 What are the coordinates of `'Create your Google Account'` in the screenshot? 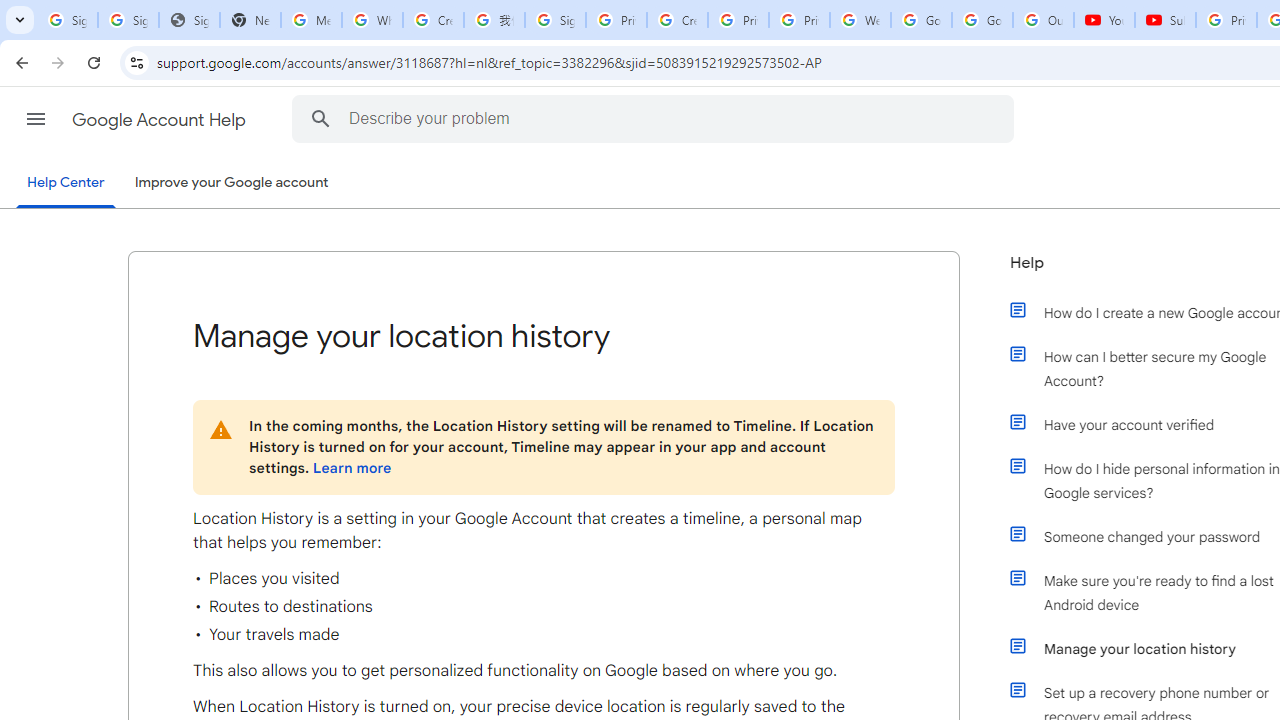 It's located at (677, 20).